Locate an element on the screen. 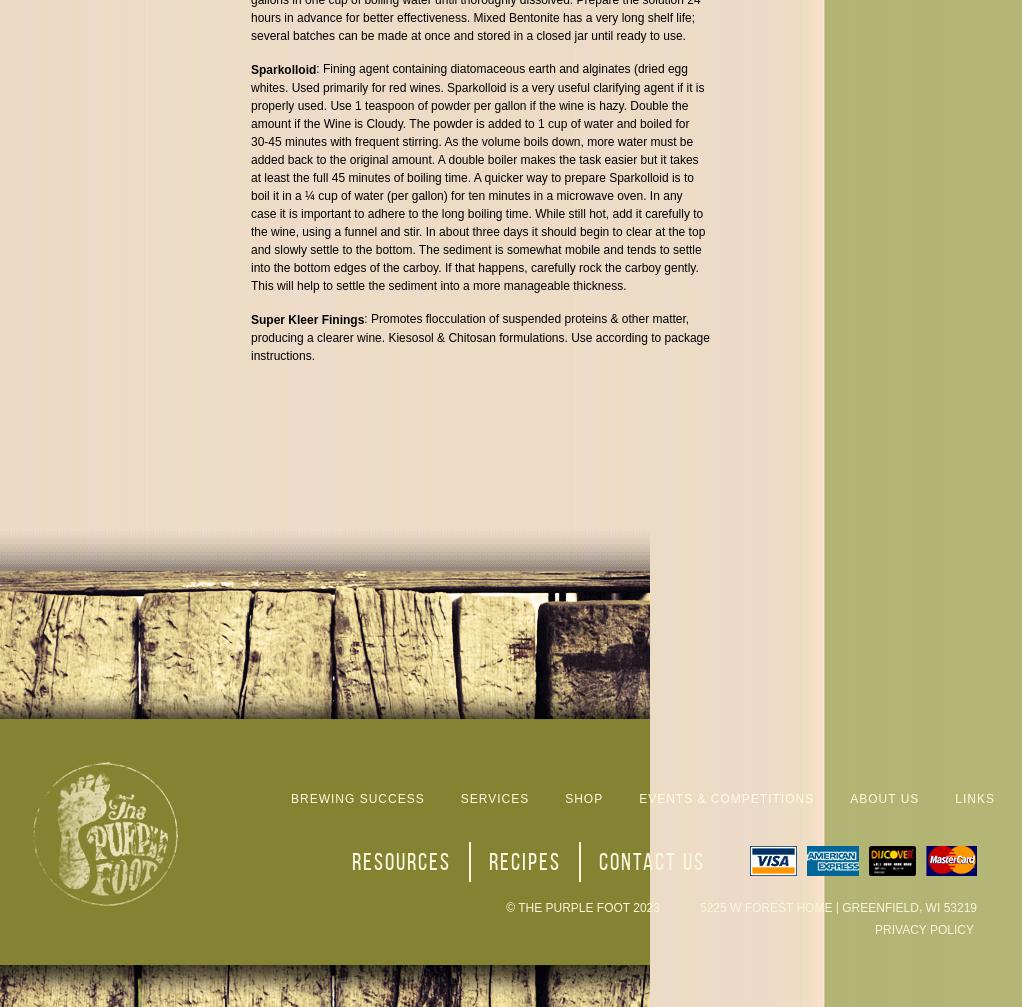 The height and width of the screenshot is (1007, 1022). 'Brewing Success' is located at coordinates (356, 797).